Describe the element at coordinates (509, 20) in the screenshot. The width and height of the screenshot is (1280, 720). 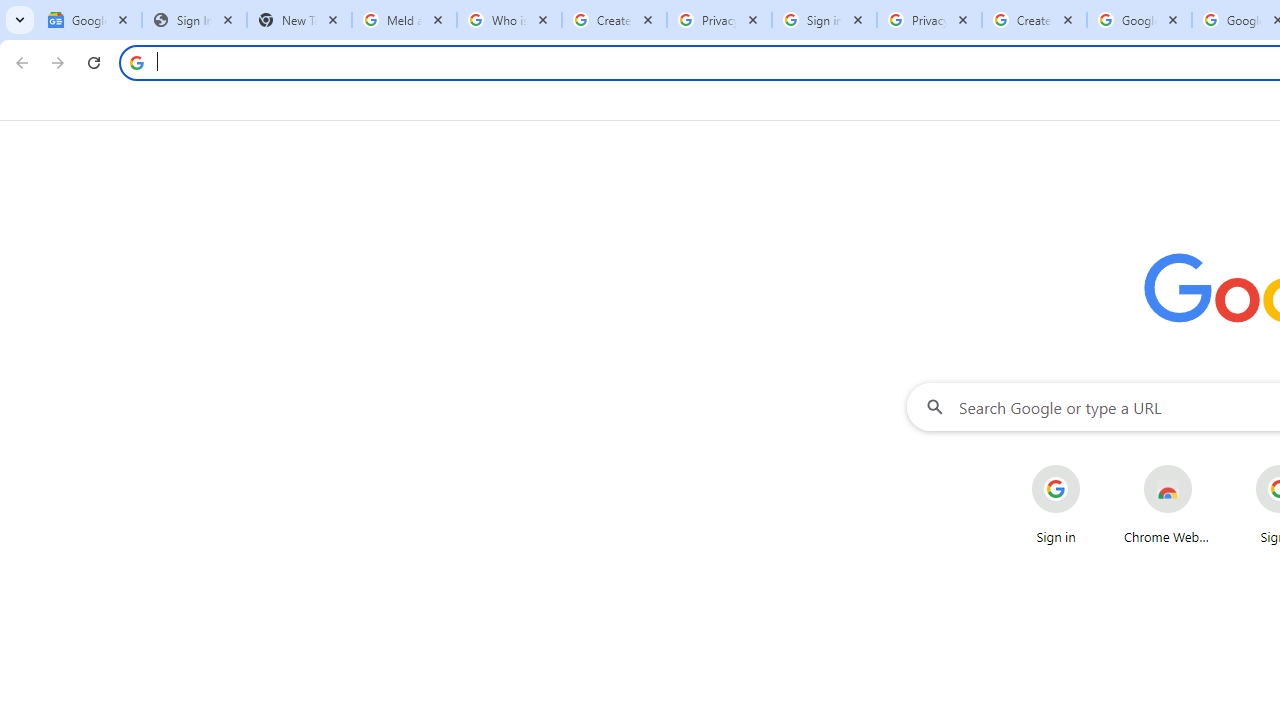
I see `'Who is my administrator? - Google Account Help'` at that location.